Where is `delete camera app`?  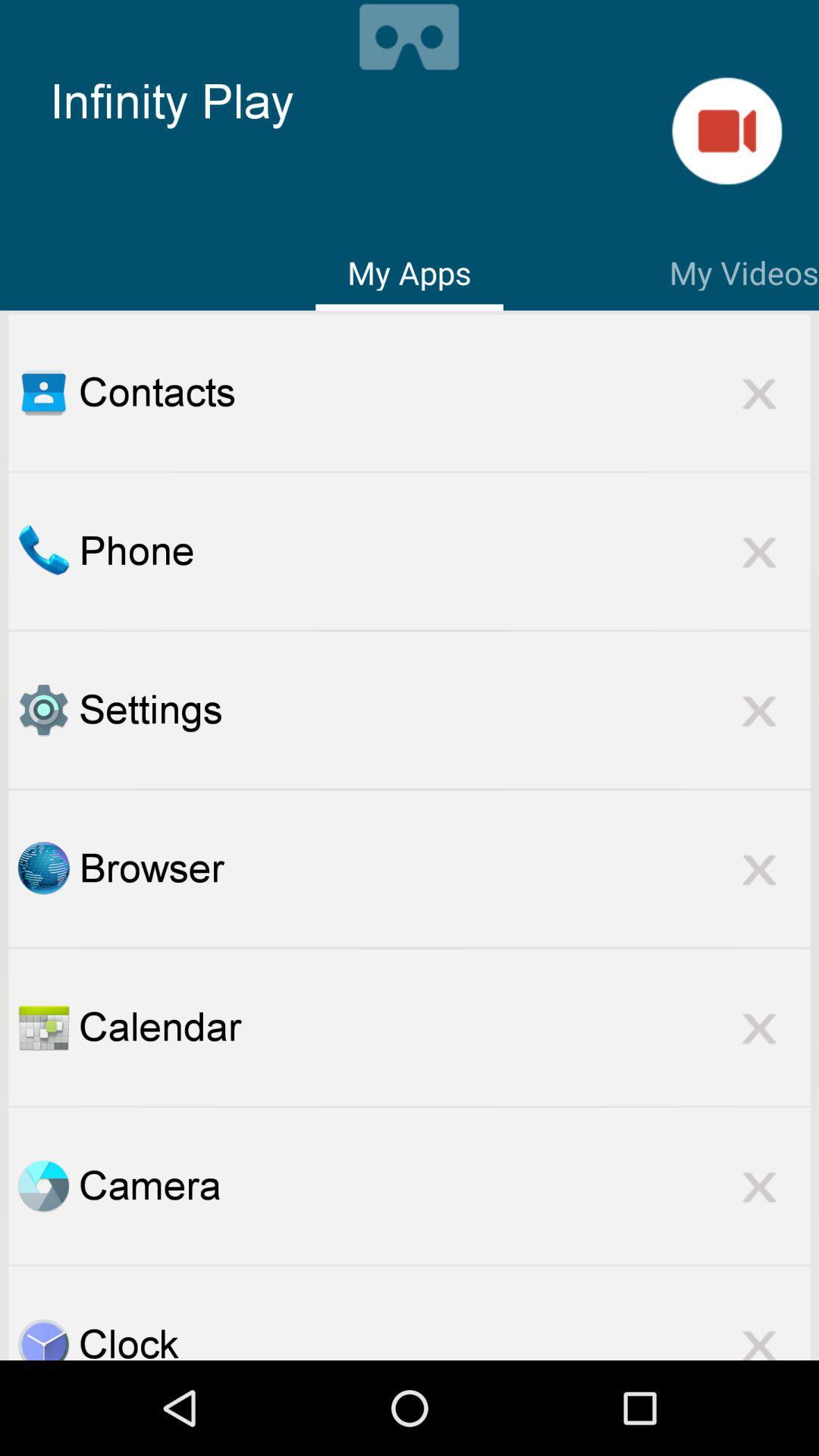
delete camera app is located at coordinates (759, 1185).